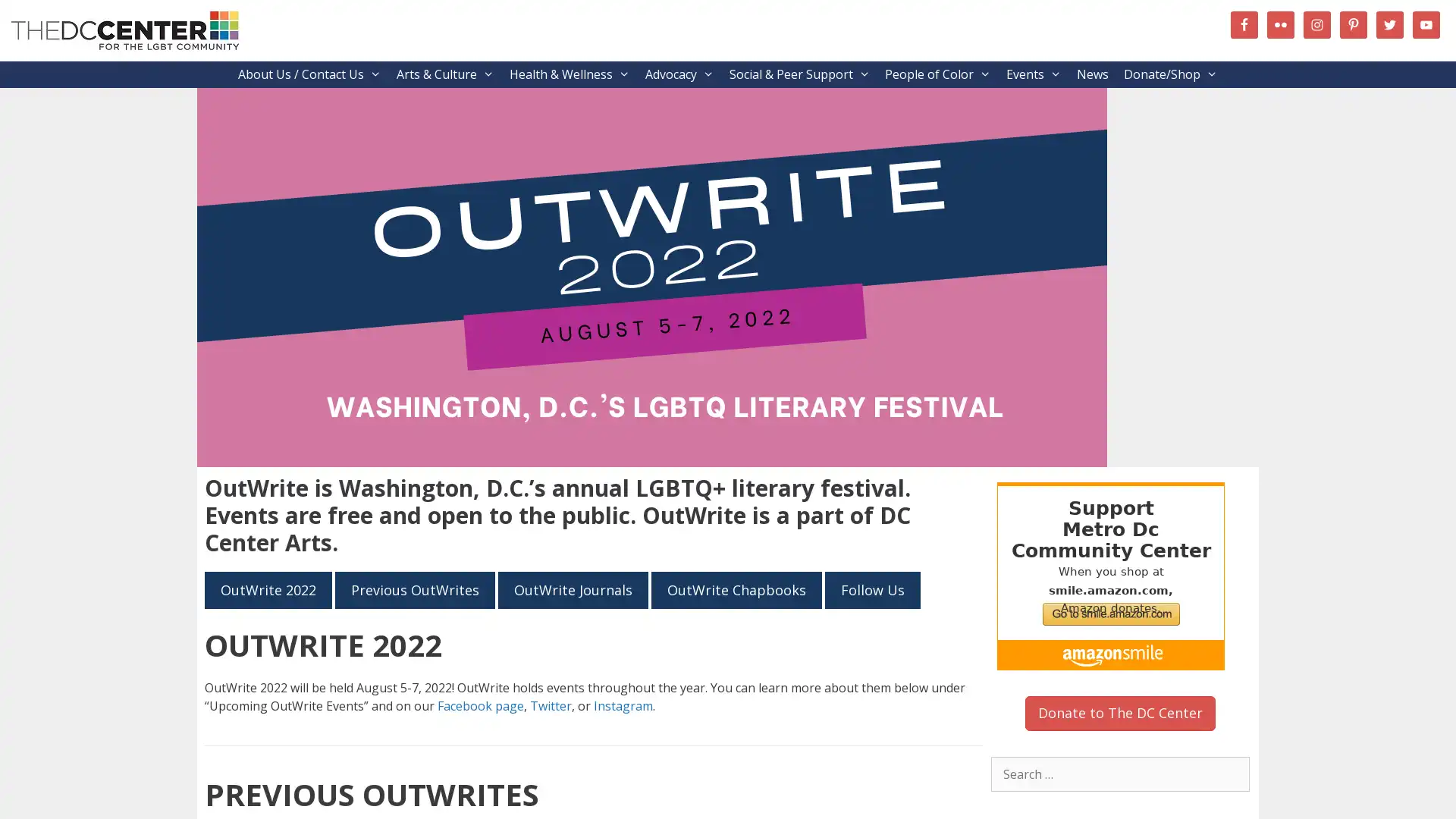 Image resolution: width=1456 pixels, height=819 pixels. I want to click on Follow Us, so click(873, 589).